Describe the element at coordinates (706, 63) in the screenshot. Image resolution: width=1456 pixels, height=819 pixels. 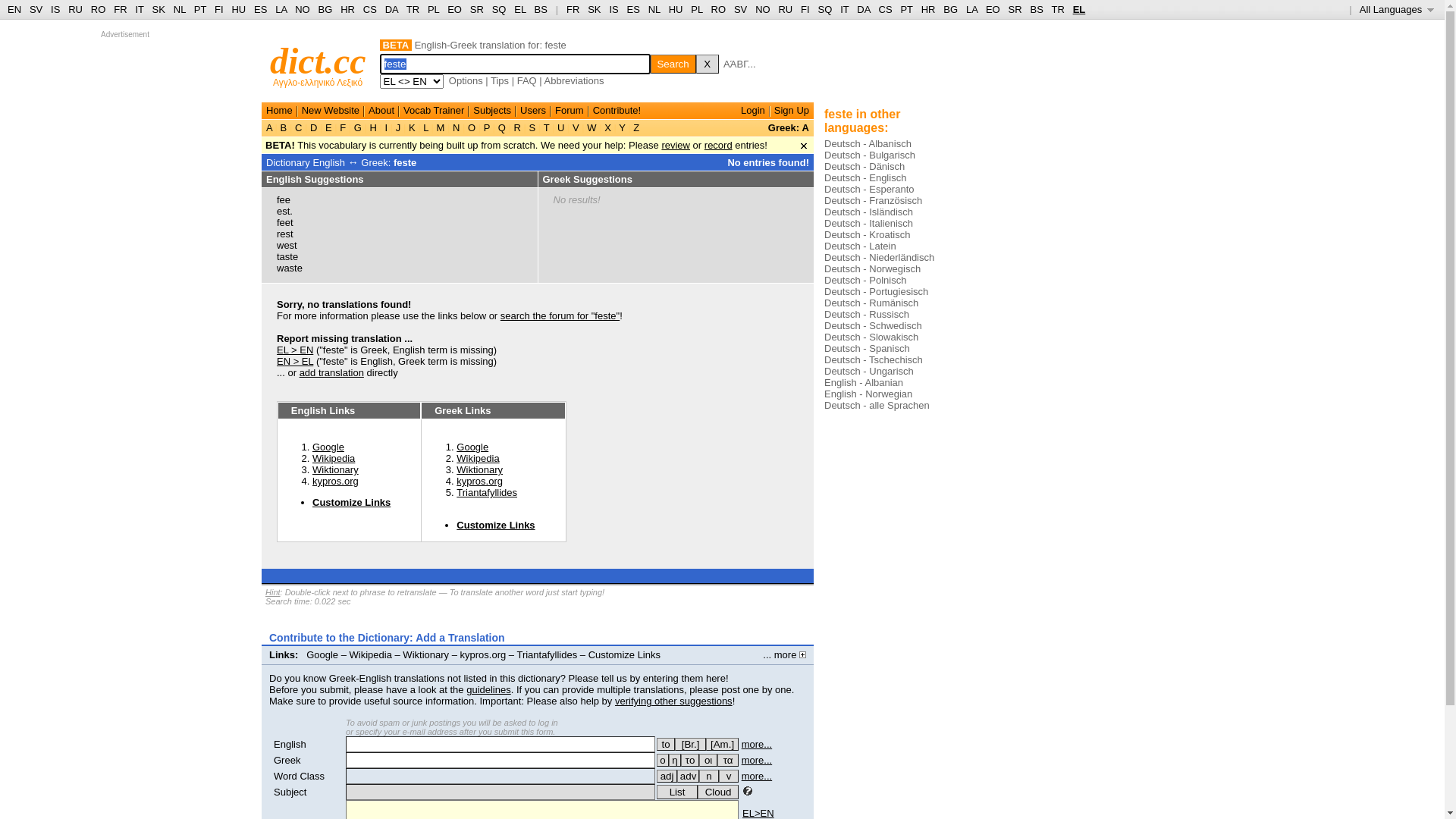
I see `'X'` at that location.